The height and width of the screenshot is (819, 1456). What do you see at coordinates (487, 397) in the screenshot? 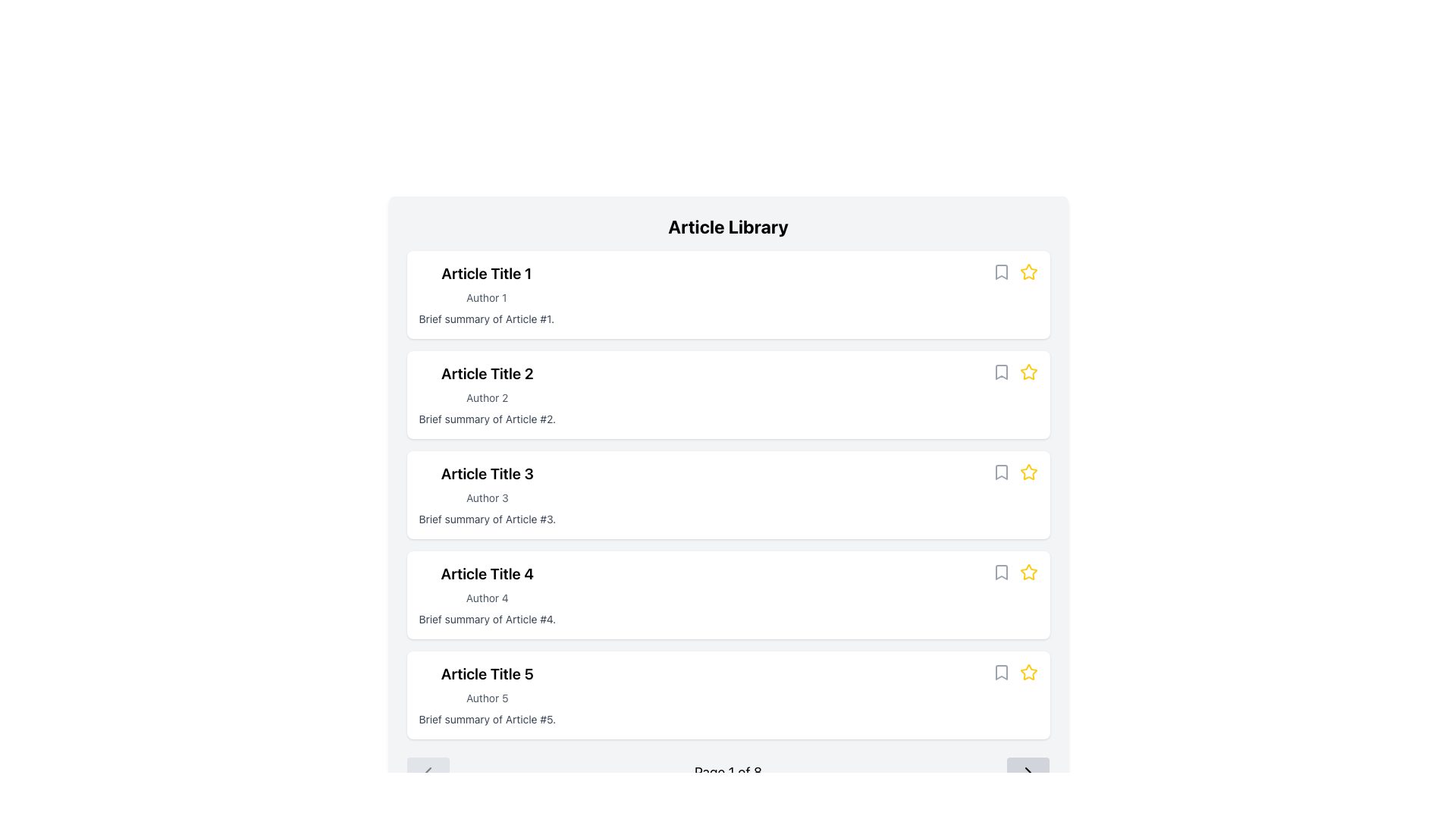
I see `the text label displaying the author of the second article in the list, located below 'Article Title 2' and above the summary 'Brief summary of Article #2'` at bounding box center [487, 397].